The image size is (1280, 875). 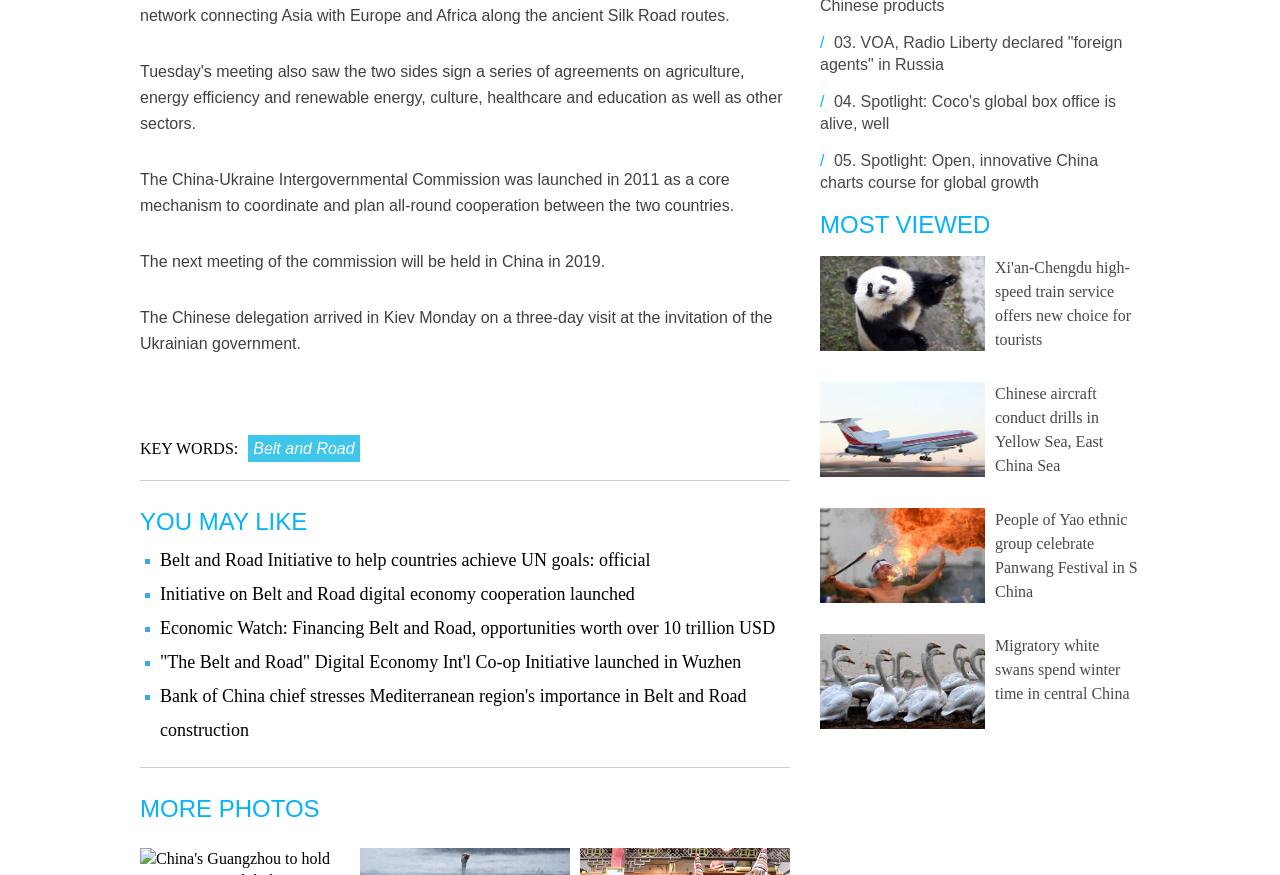 I want to click on '03.', so click(x=829, y=41).